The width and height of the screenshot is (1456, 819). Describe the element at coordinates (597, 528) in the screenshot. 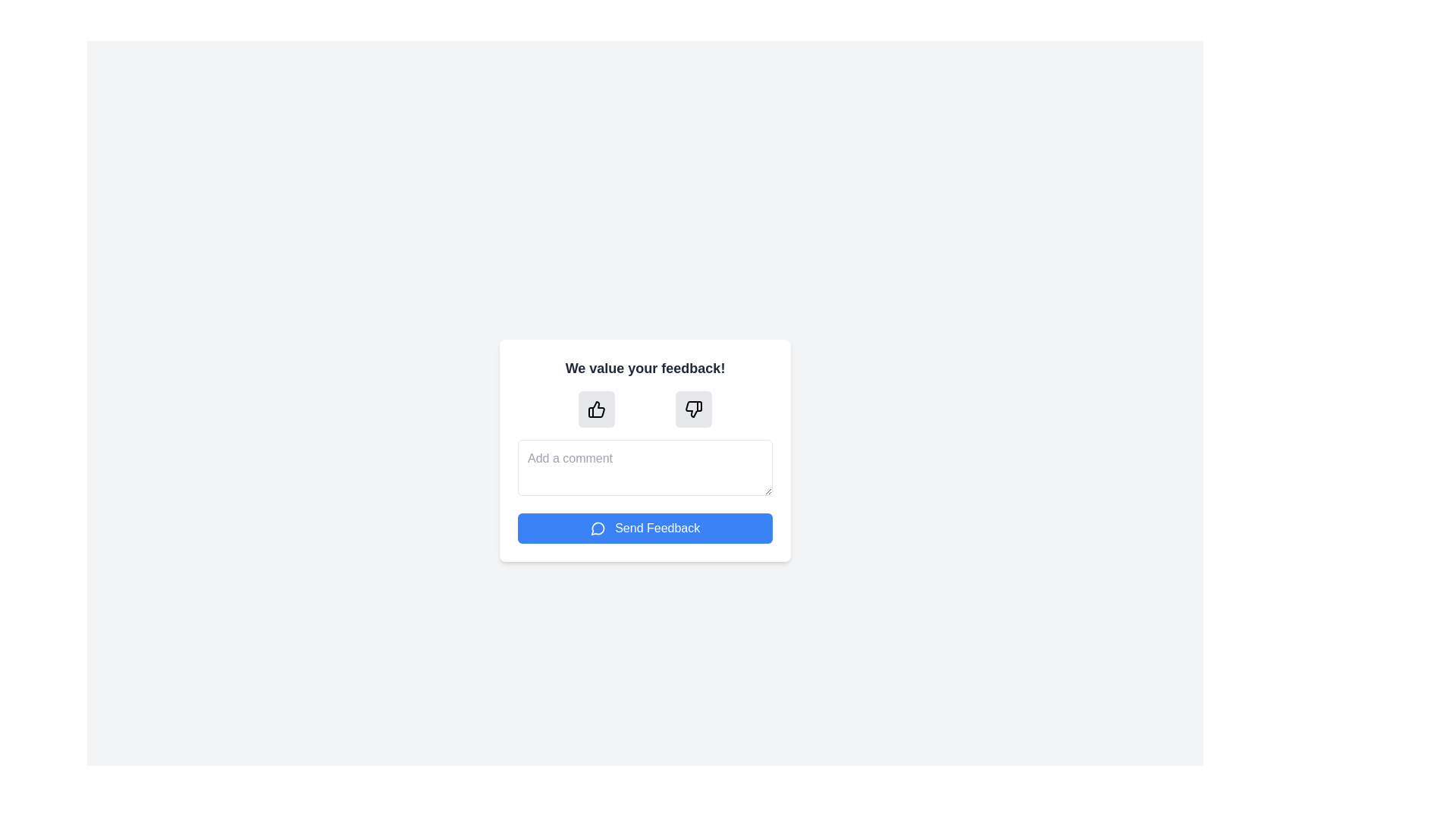

I see `the button labeled 'Send Feedback' which contains the circular speech bubble outline icon` at that location.